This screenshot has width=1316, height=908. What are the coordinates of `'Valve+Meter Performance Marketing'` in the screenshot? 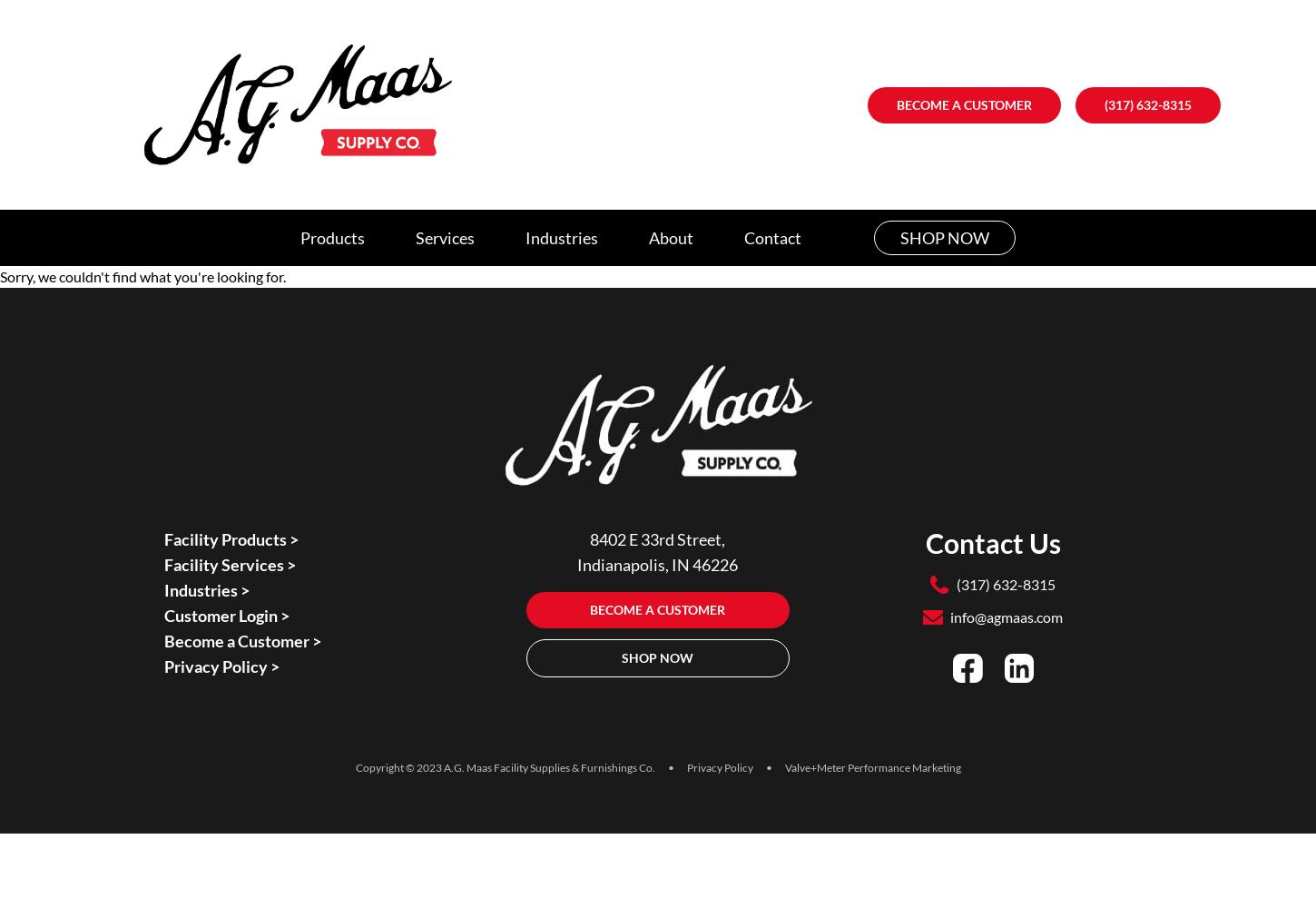 It's located at (871, 766).